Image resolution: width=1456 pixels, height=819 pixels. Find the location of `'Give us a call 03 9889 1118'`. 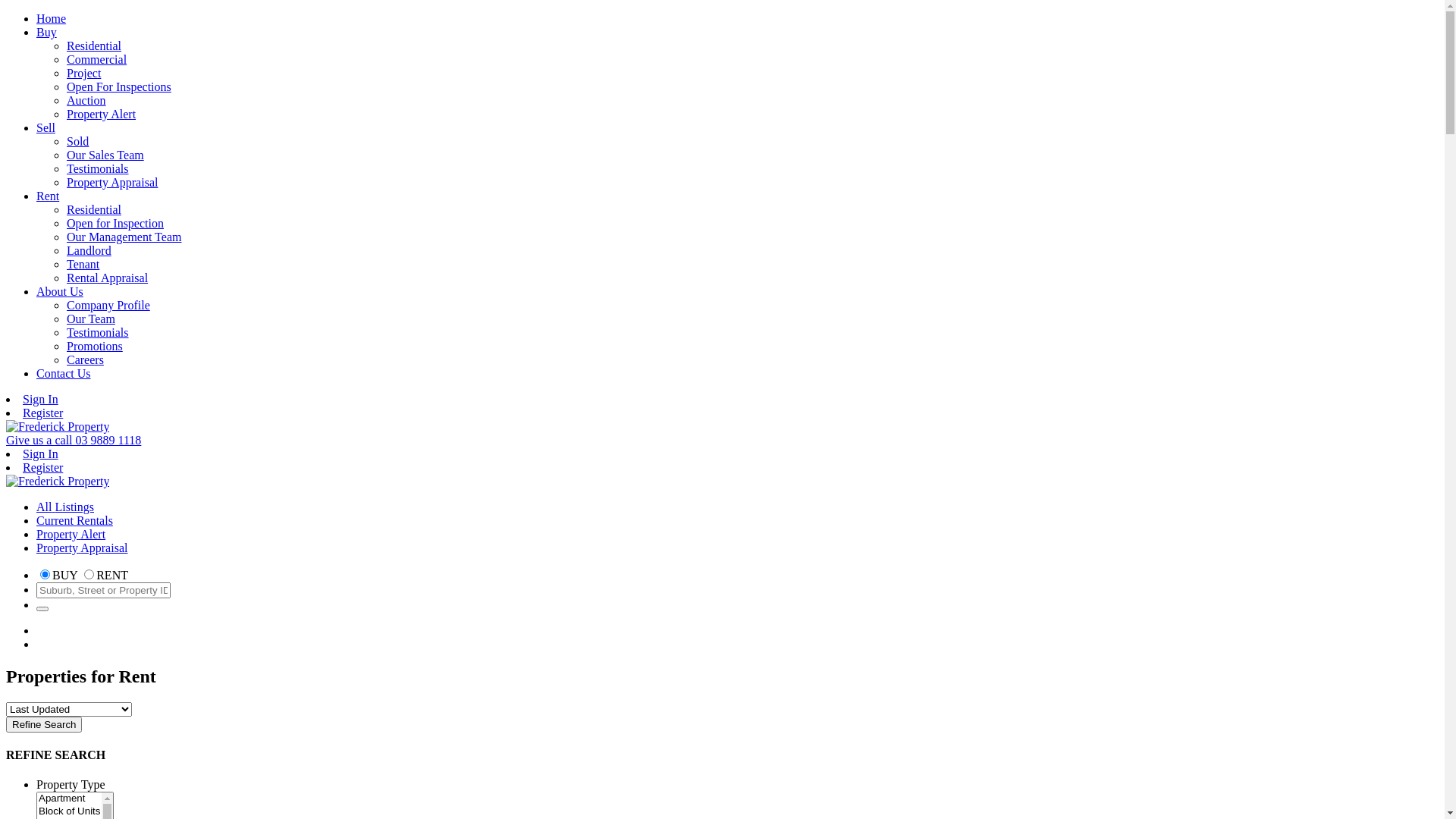

'Give us a call 03 9889 1118' is located at coordinates (72, 440).